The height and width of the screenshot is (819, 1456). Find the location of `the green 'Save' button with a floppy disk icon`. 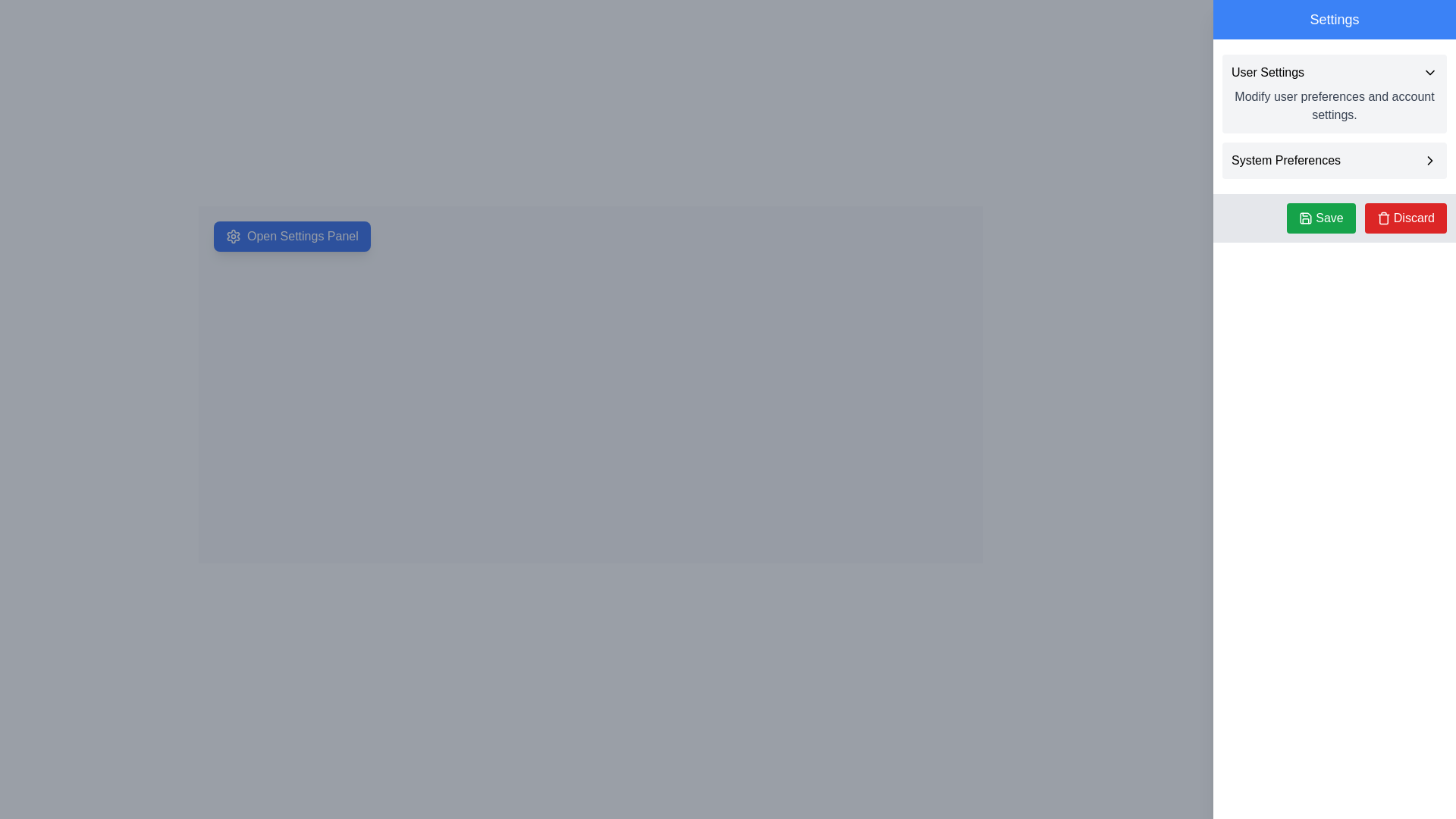

the green 'Save' button with a floppy disk icon is located at coordinates (1320, 218).